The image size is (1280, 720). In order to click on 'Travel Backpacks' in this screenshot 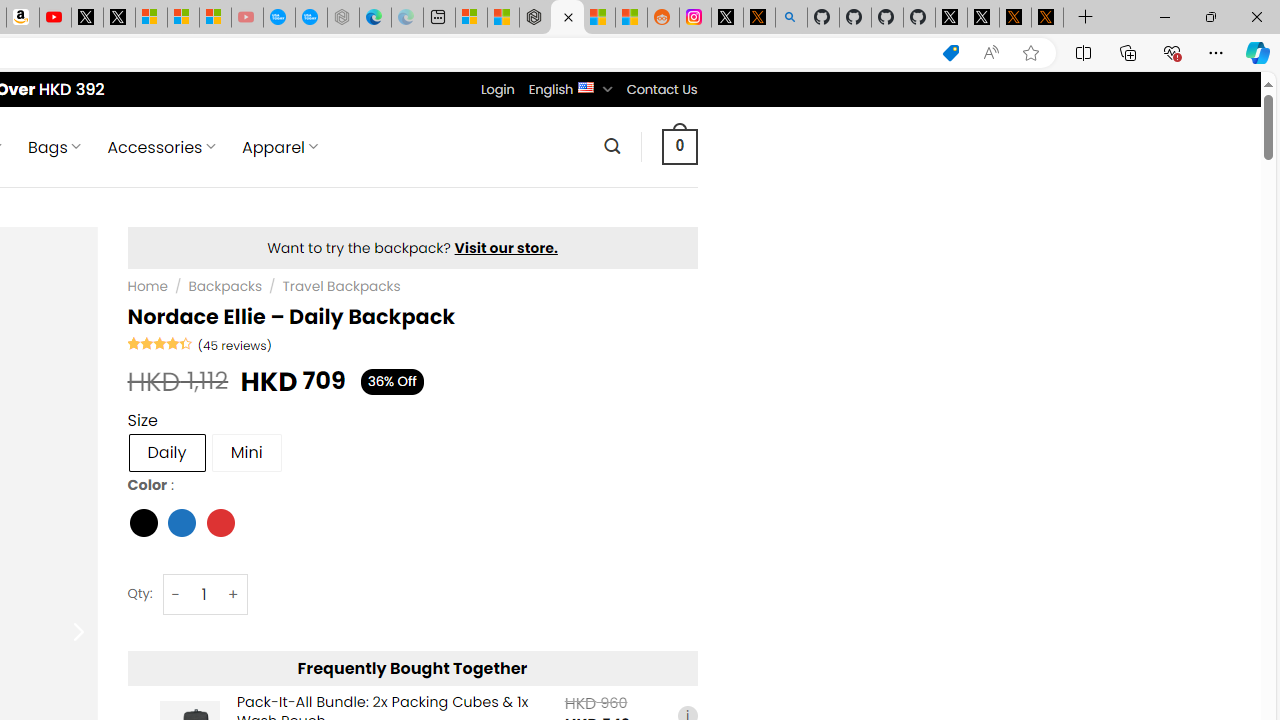, I will do `click(341, 286)`.